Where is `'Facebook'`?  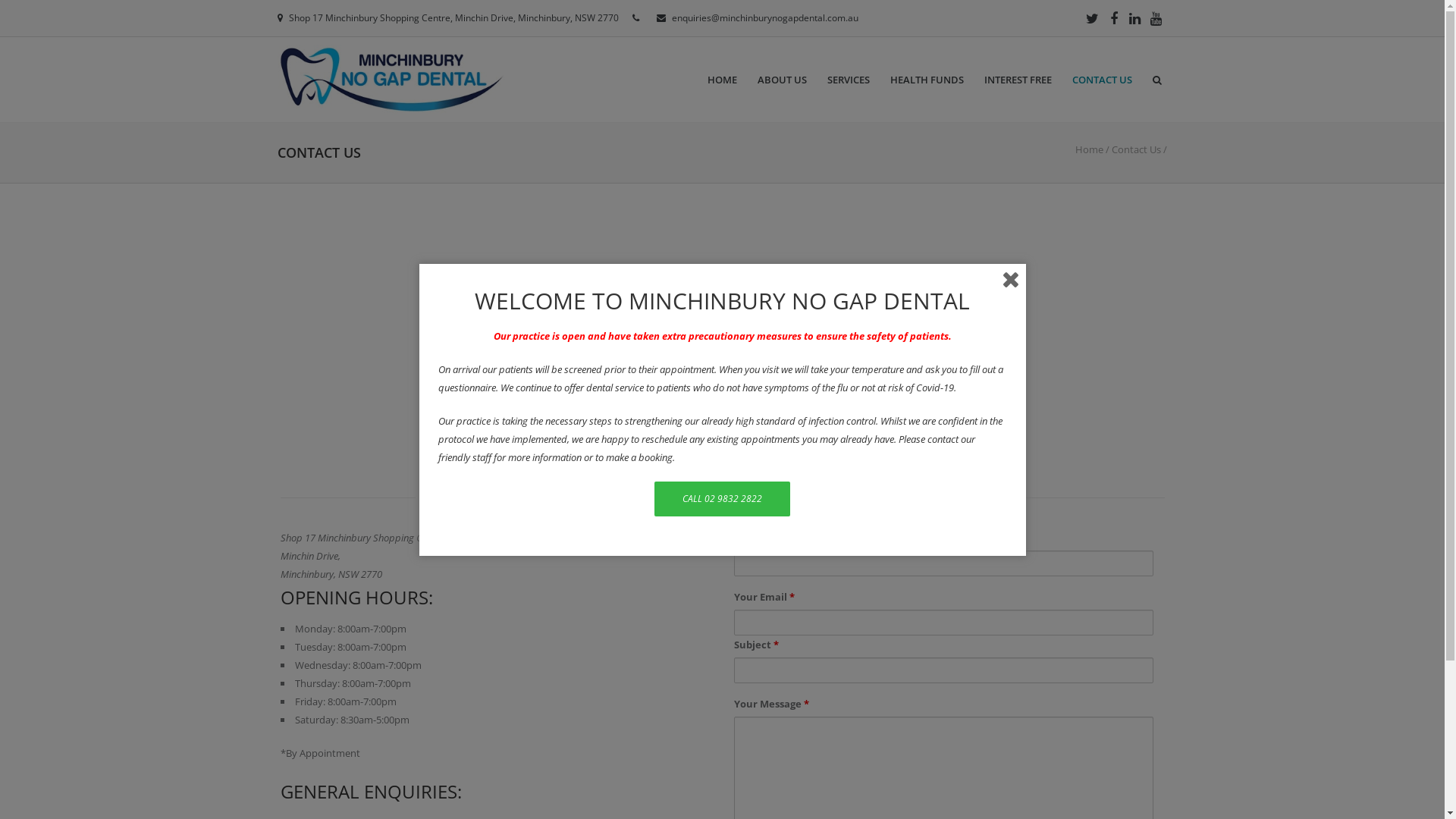
'Facebook' is located at coordinates (1113, 17).